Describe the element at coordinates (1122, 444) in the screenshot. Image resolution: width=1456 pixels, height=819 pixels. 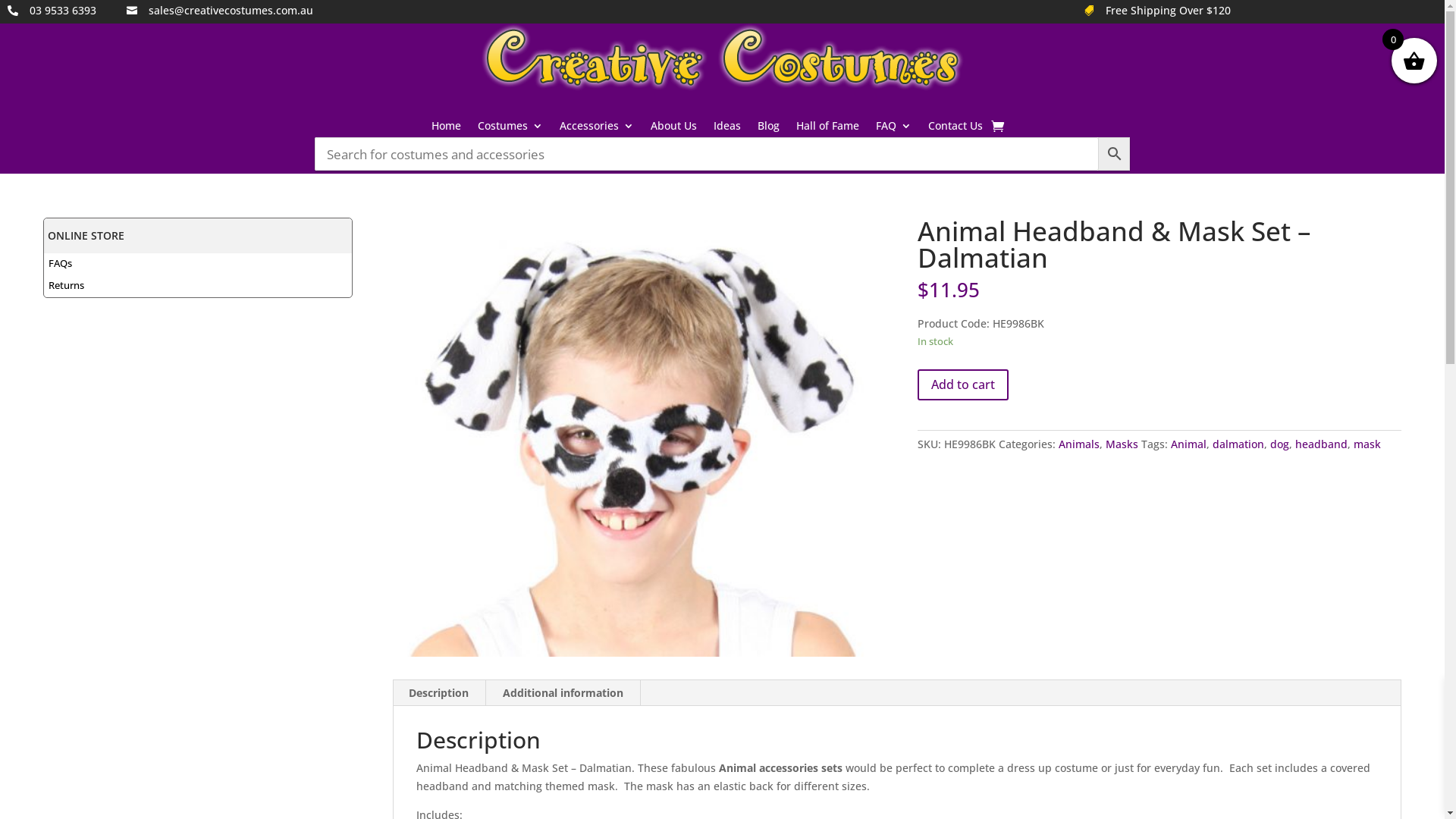
I see `'Masks'` at that location.